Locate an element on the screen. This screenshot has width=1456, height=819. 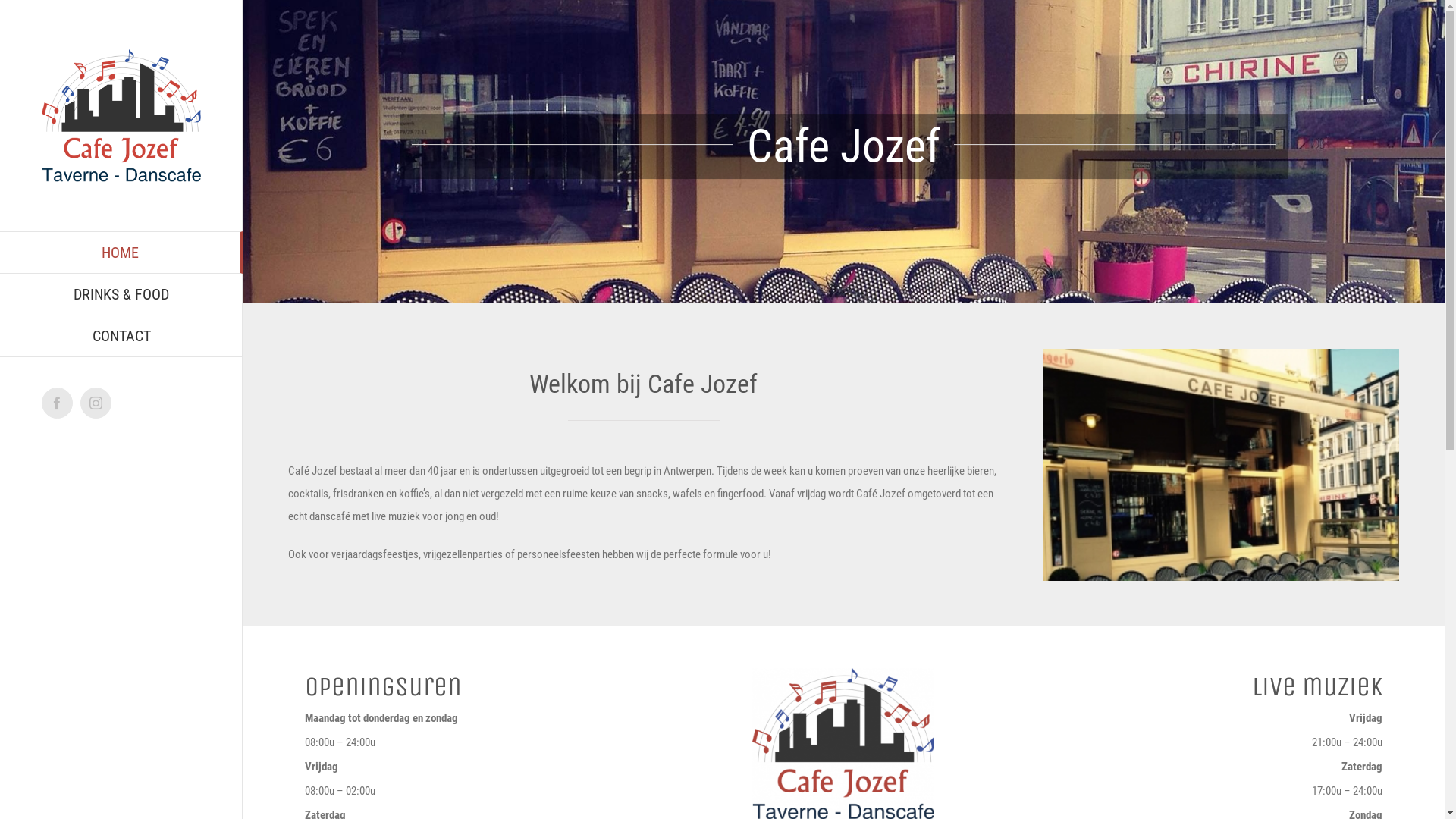
'Facebook' is located at coordinates (57, 402).